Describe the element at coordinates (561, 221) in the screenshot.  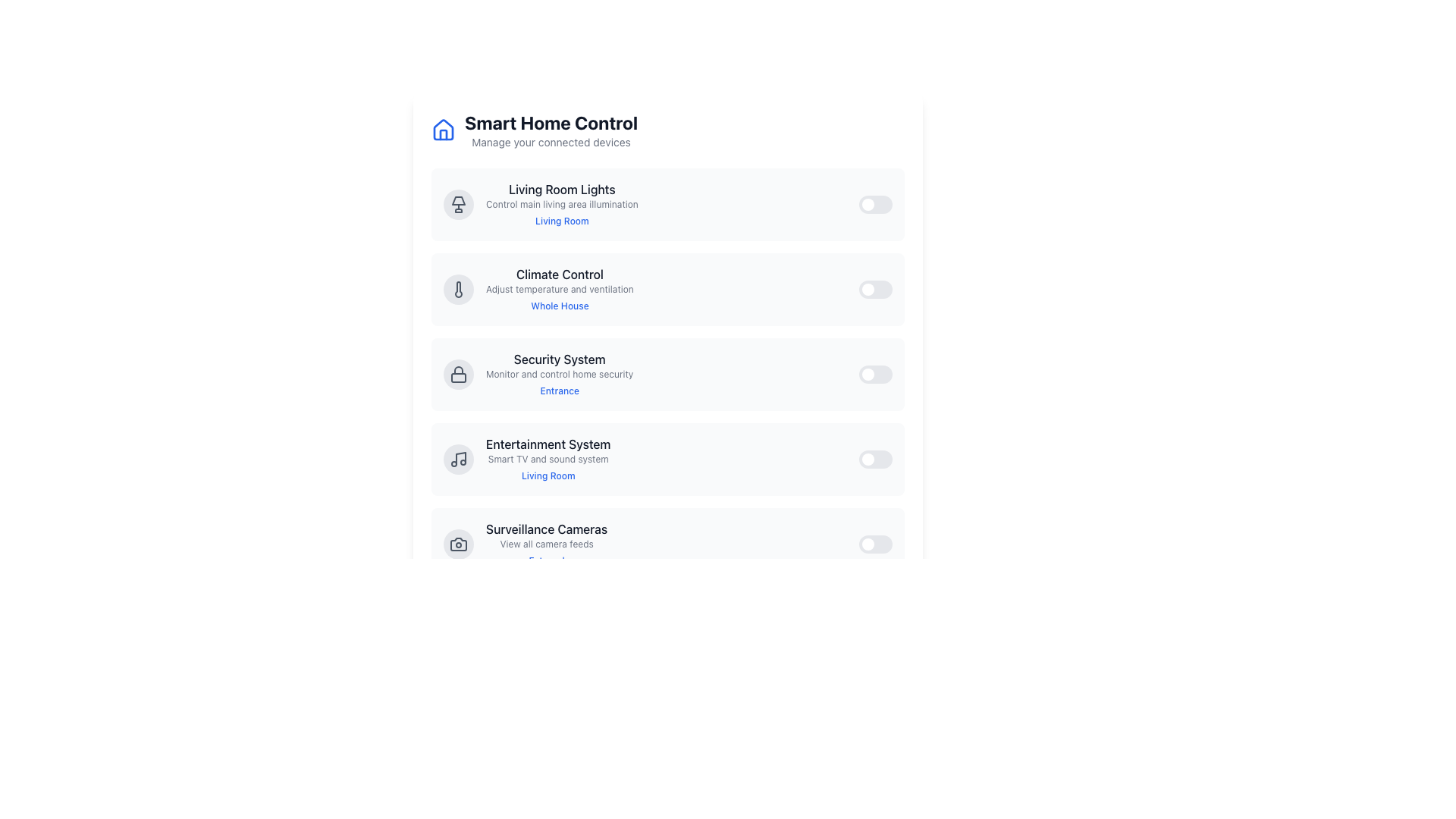
I see `the hyperlink styled text or descriptor label located below the 'Control main living area illumination' text in the 'Living Room Lights' section` at that location.